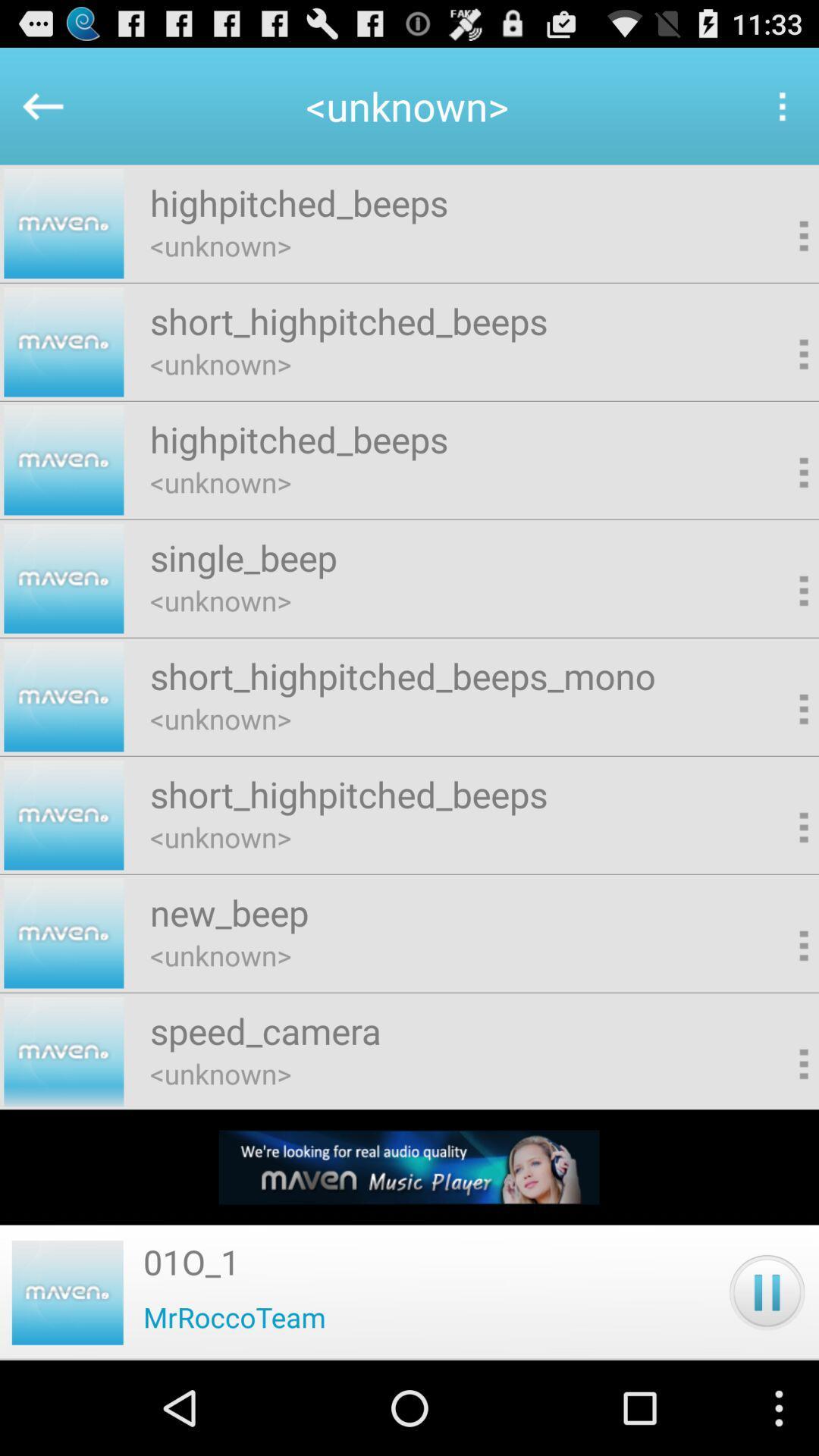 The width and height of the screenshot is (819, 1456). Describe the element at coordinates (779, 760) in the screenshot. I see `the more icon` at that location.